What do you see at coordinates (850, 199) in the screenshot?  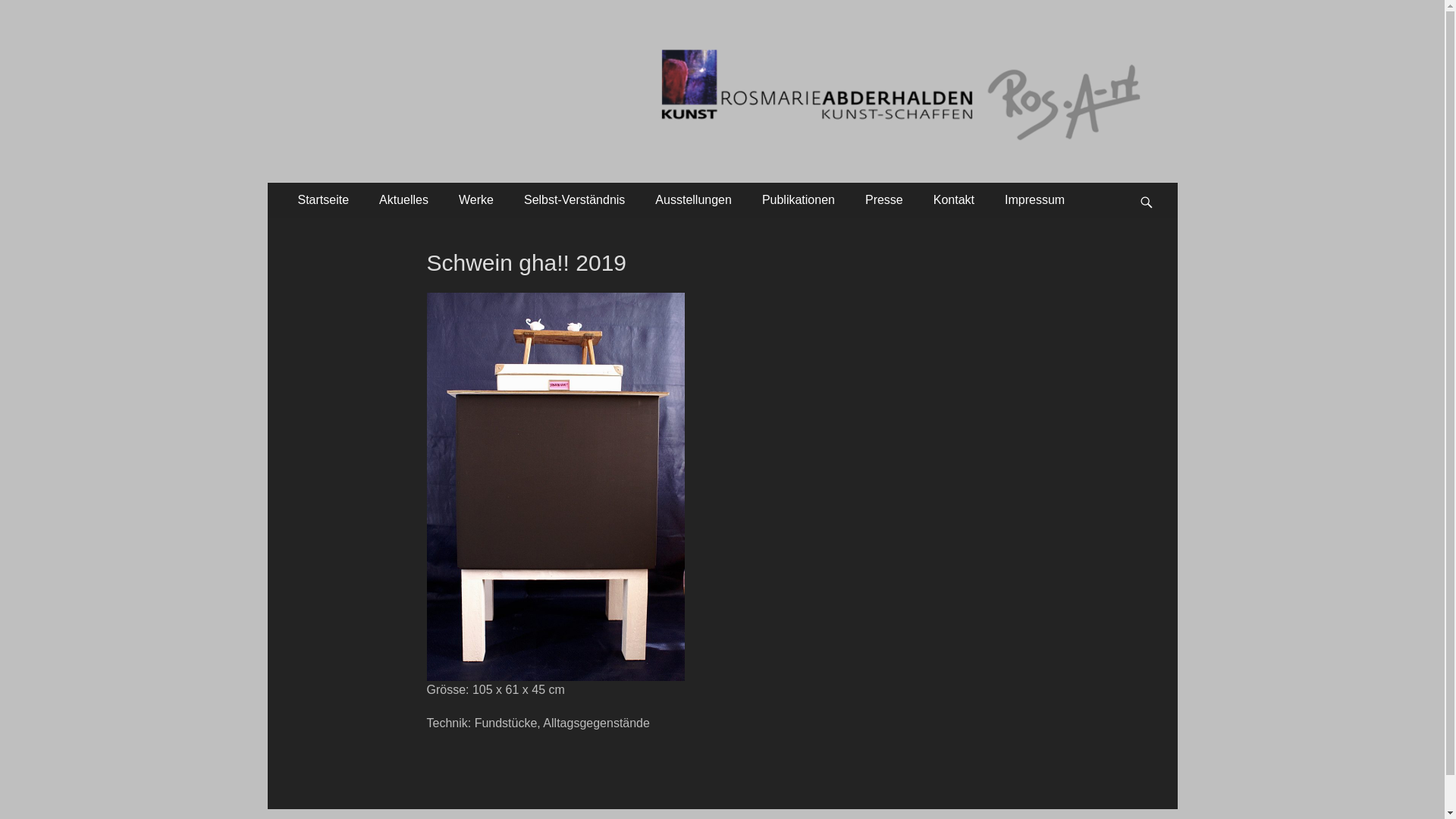 I see `'Presse'` at bounding box center [850, 199].